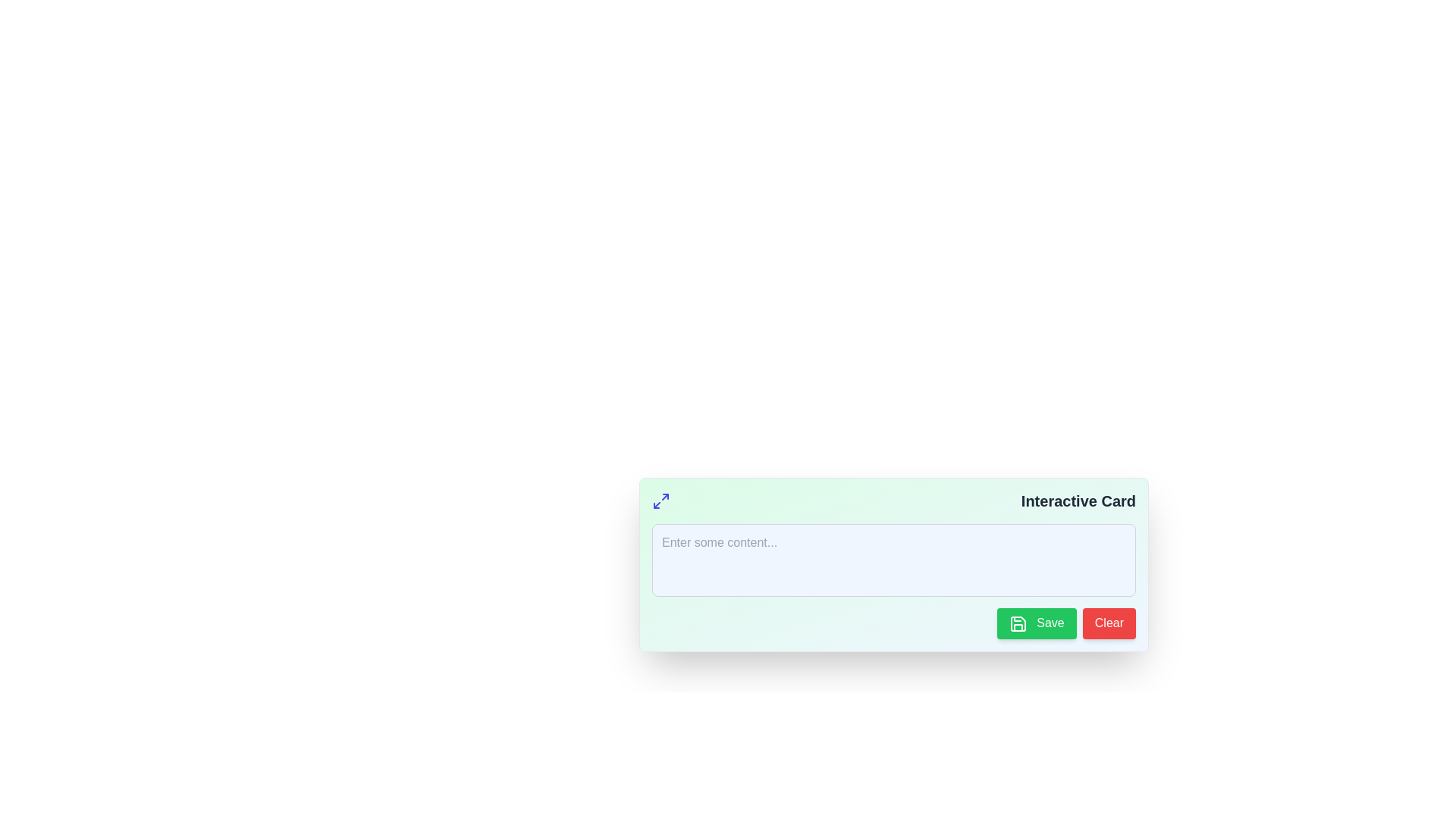 The width and height of the screenshot is (1456, 819). Describe the element at coordinates (1036, 623) in the screenshot. I see `the green 'Save' button with white text and a floppy disk icon, located in the bottom-right section of the interactive card layout` at that location.